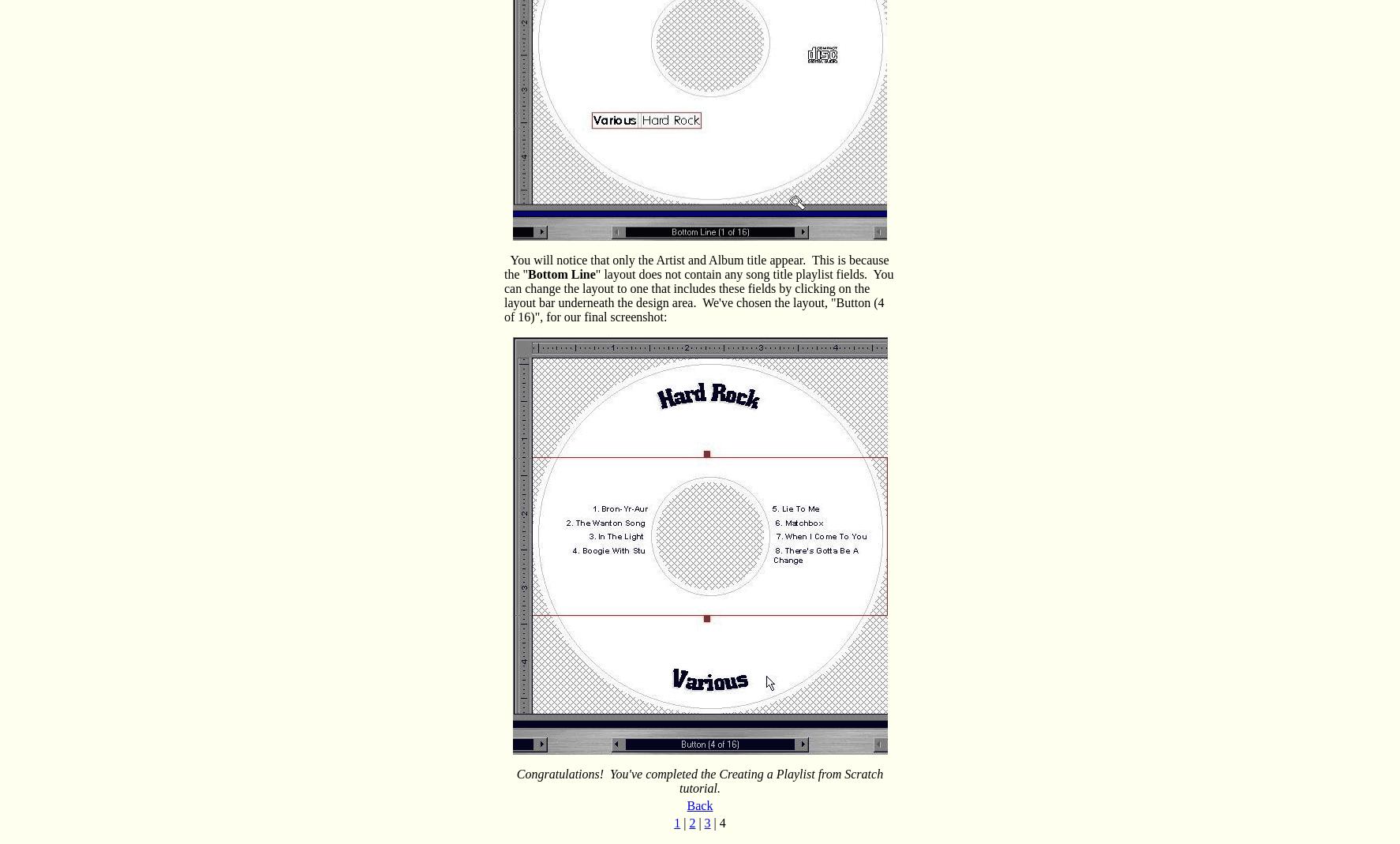 This screenshot has width=1400, height=844. Describe the element at coordinates (699, 805) in the screenshot. I see `'Back'` at that location.